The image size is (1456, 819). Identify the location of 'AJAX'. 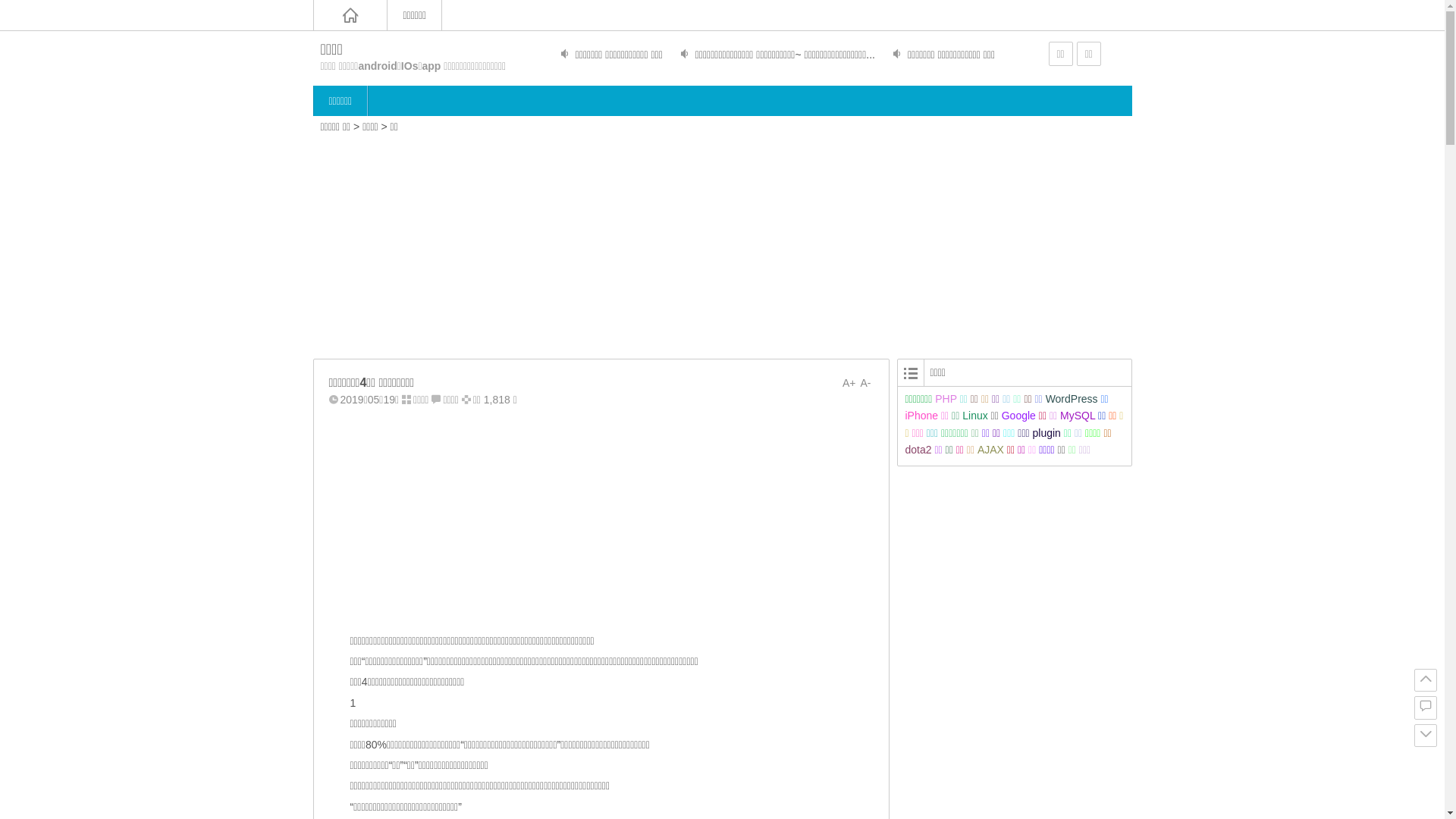
(990, 449).